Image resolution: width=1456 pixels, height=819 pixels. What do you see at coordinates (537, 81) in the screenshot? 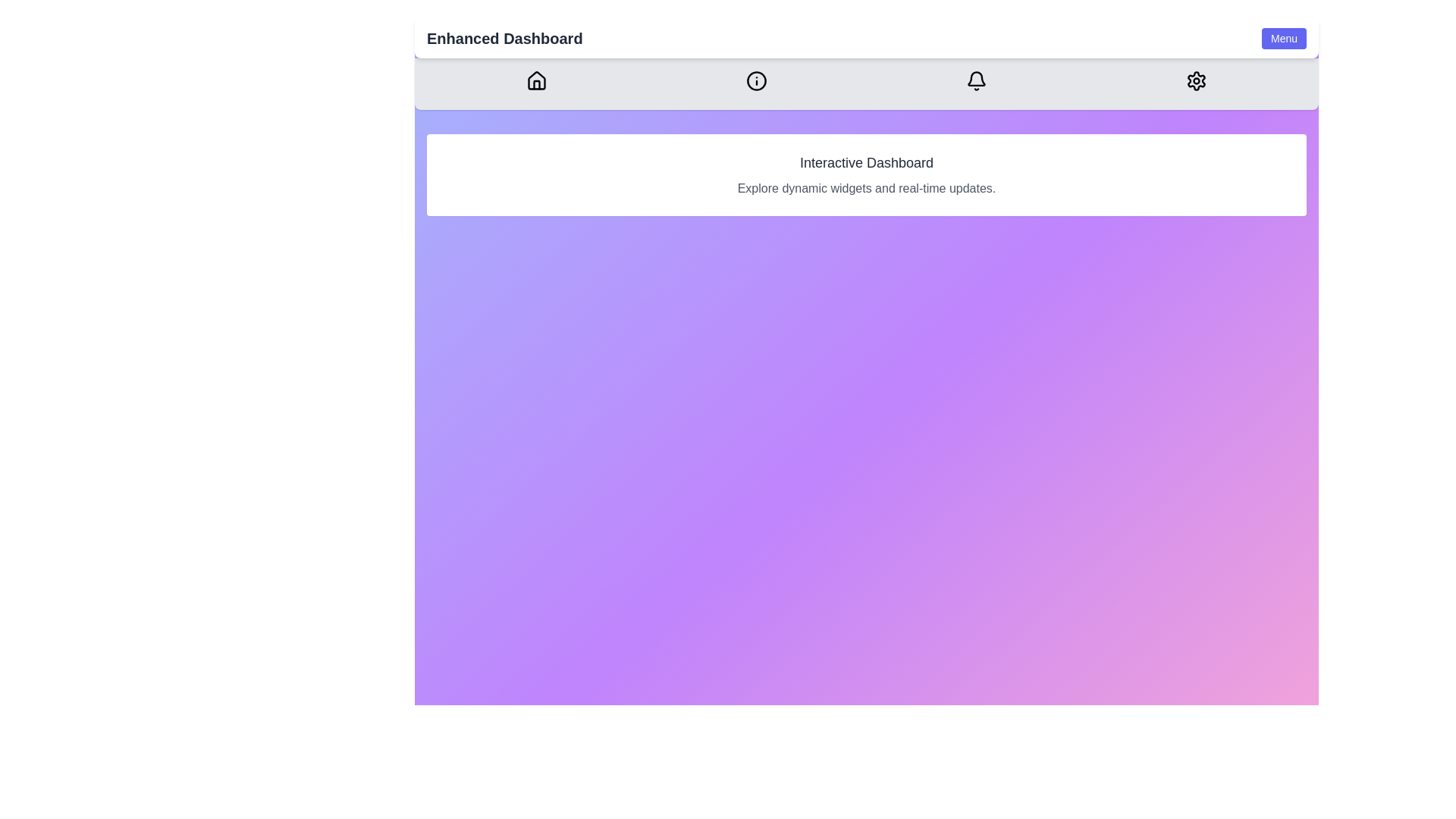
I see `the Home icon in the navigation bar` at bounding box center [537, 81].